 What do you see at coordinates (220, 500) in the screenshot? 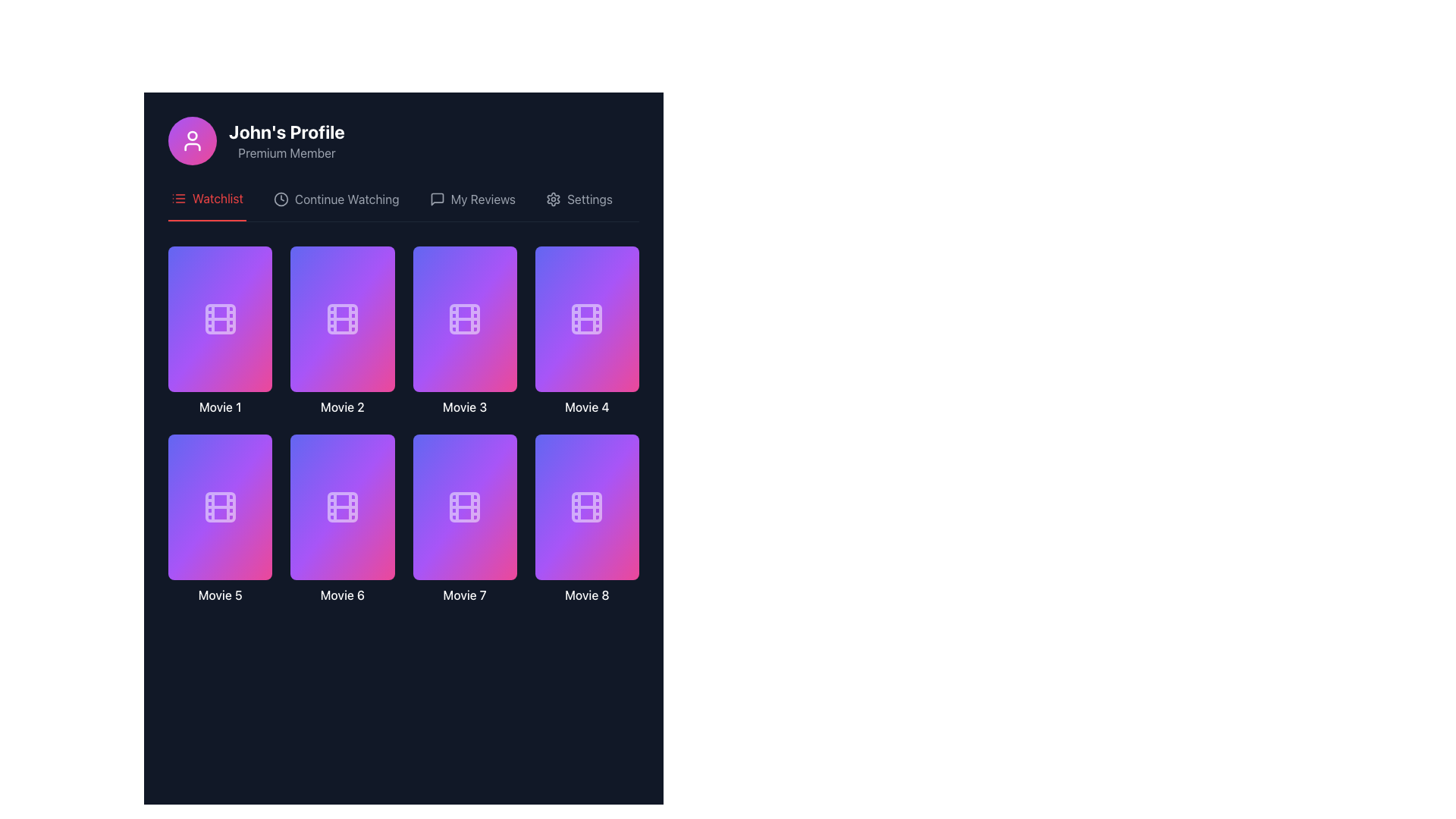
I see `the triangular play icon located in the 'Movie 5' card, which is in the second row and first column of the grid` at bounding box center [220, 500].